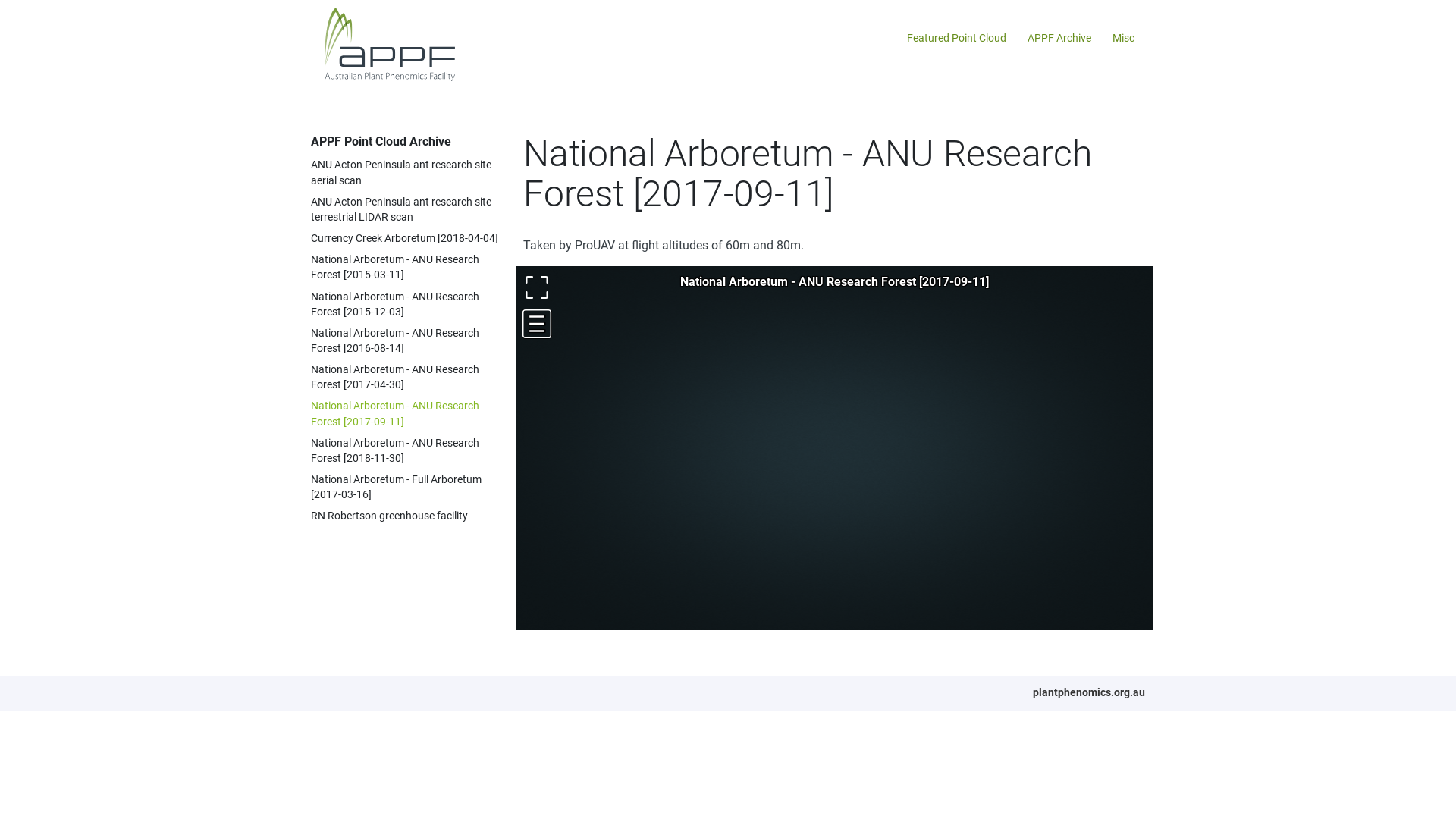 This screenshot has width=1456, height=819. I want to click on 'National Arboretum - Full Arboretum [2017-03-16]', so click(309, 487).